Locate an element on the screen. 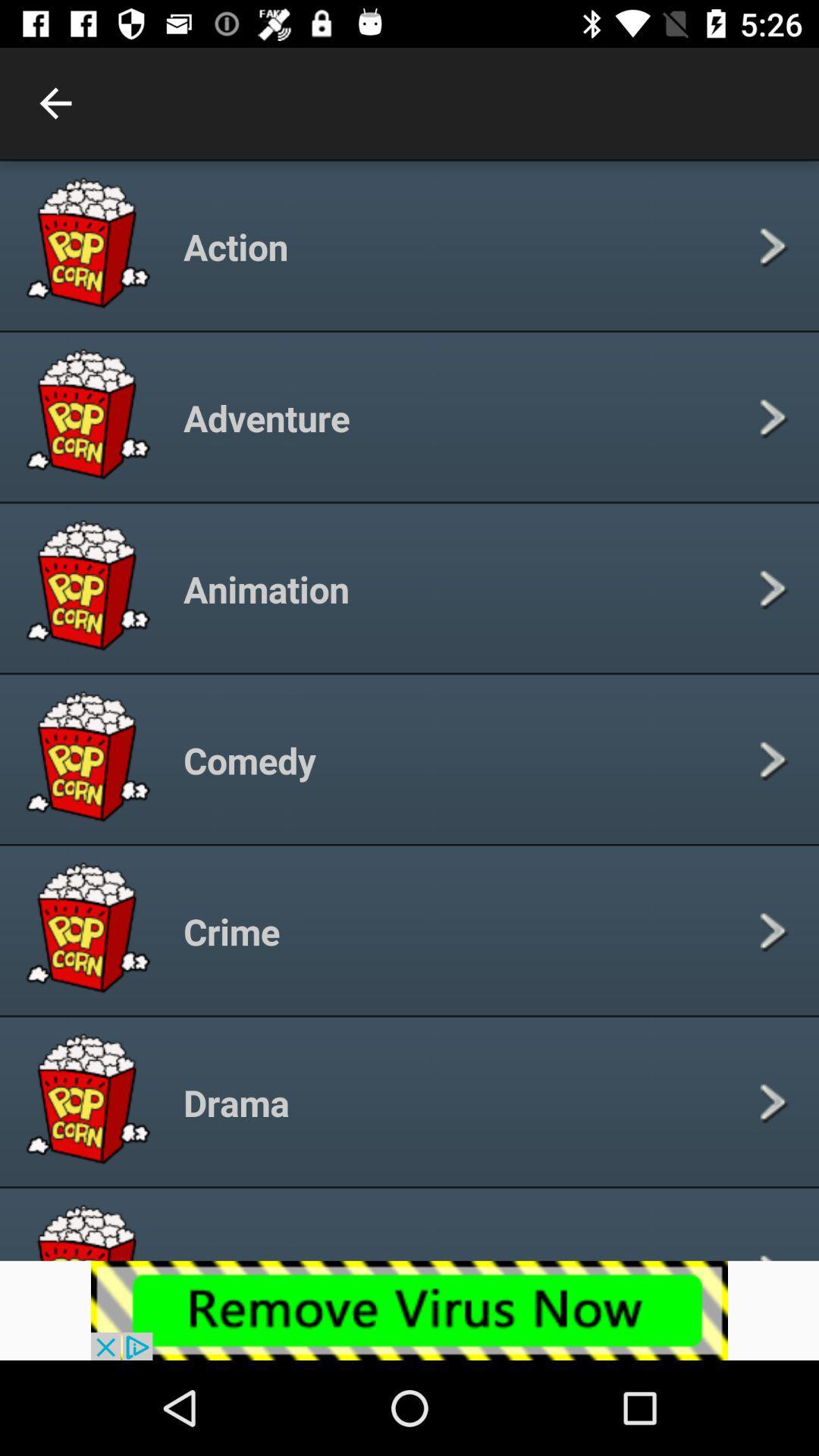 This screenshot has height=1456, width=819. the add is located at coordinates (409, 1310).